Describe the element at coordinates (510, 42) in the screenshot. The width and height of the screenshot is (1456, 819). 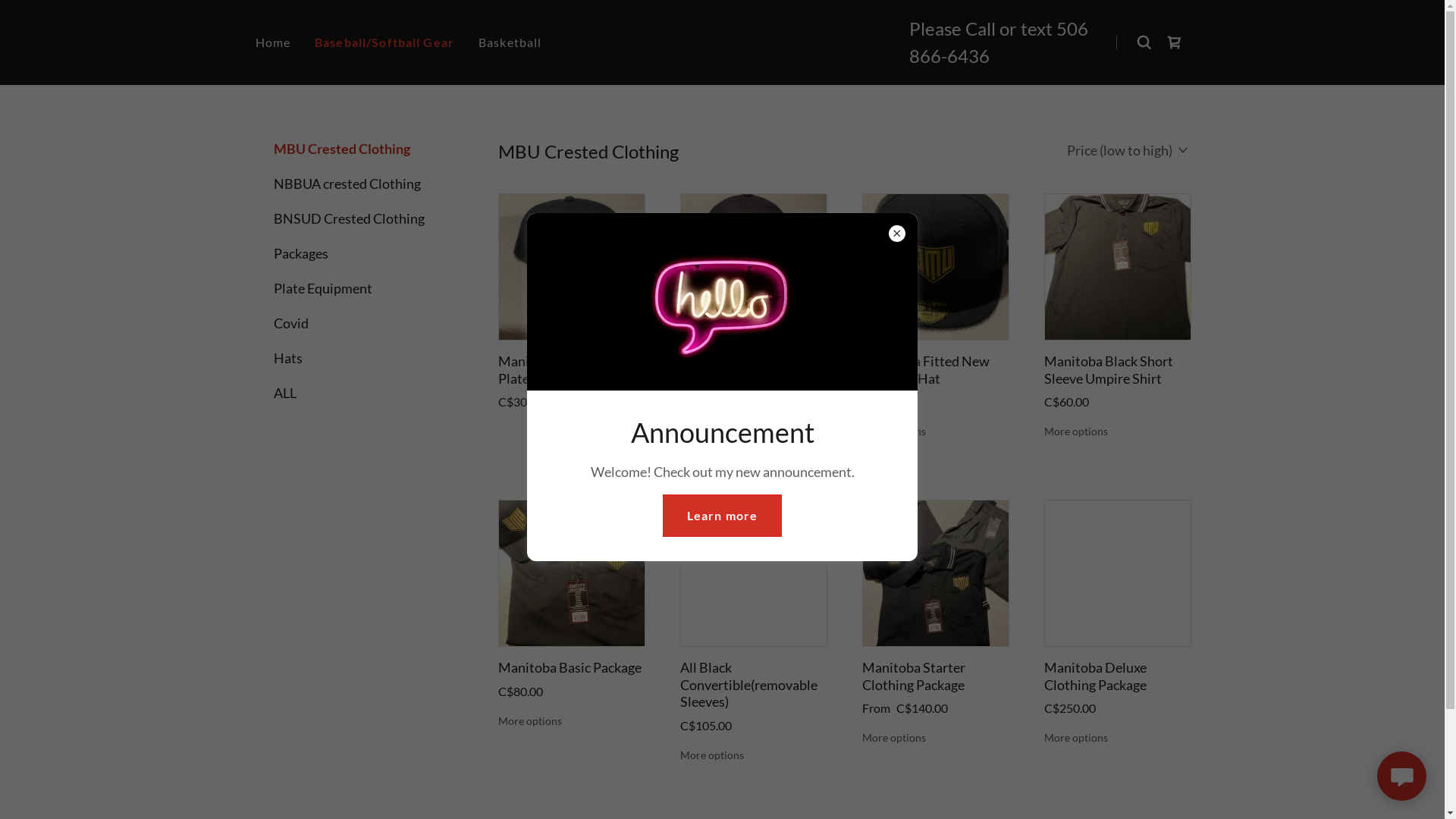
I see `'Basketball'` at that location.